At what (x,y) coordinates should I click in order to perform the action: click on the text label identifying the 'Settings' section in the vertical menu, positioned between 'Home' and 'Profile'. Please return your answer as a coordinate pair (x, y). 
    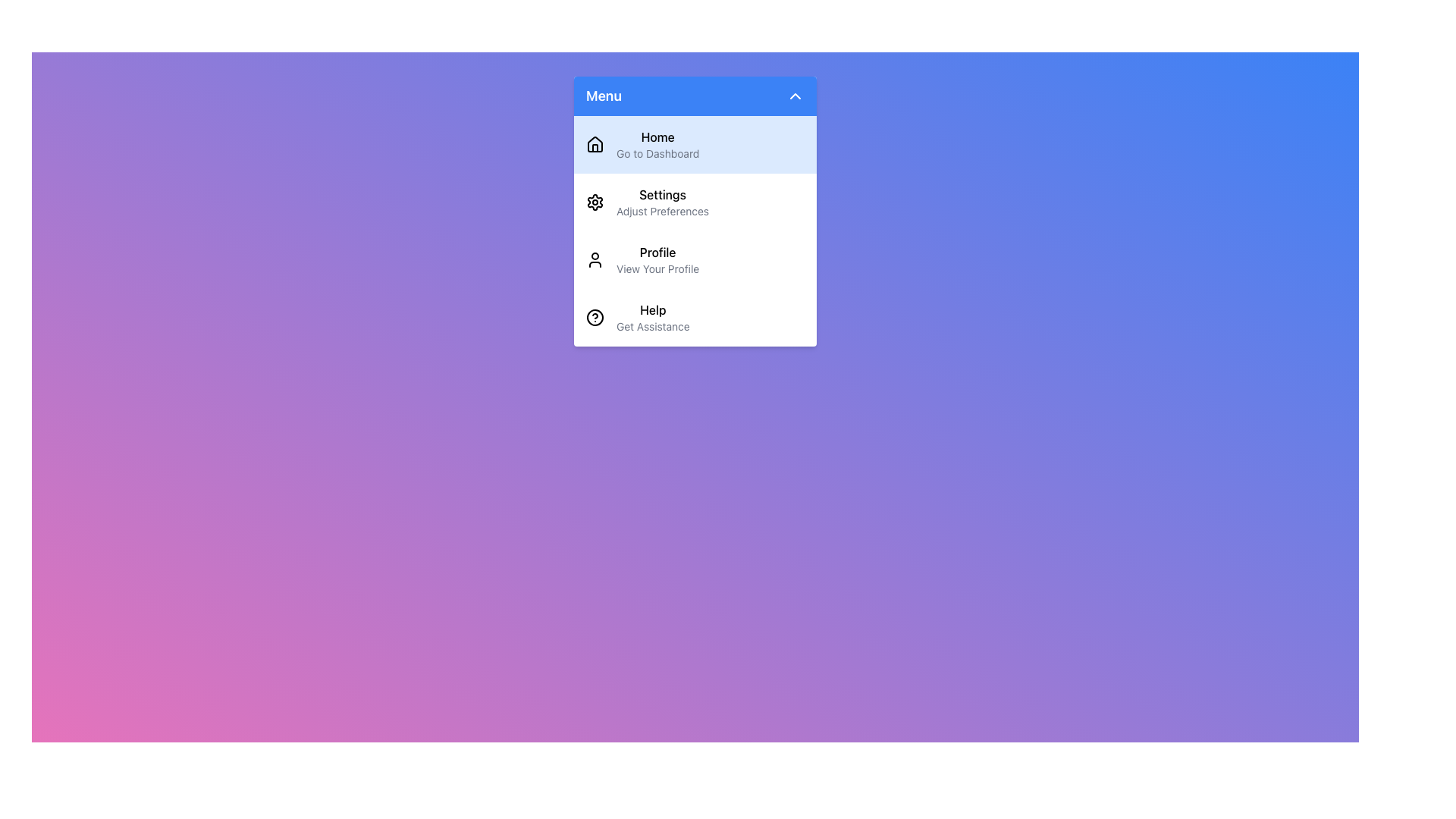
    Looking at the image, I should click on (662, 194).